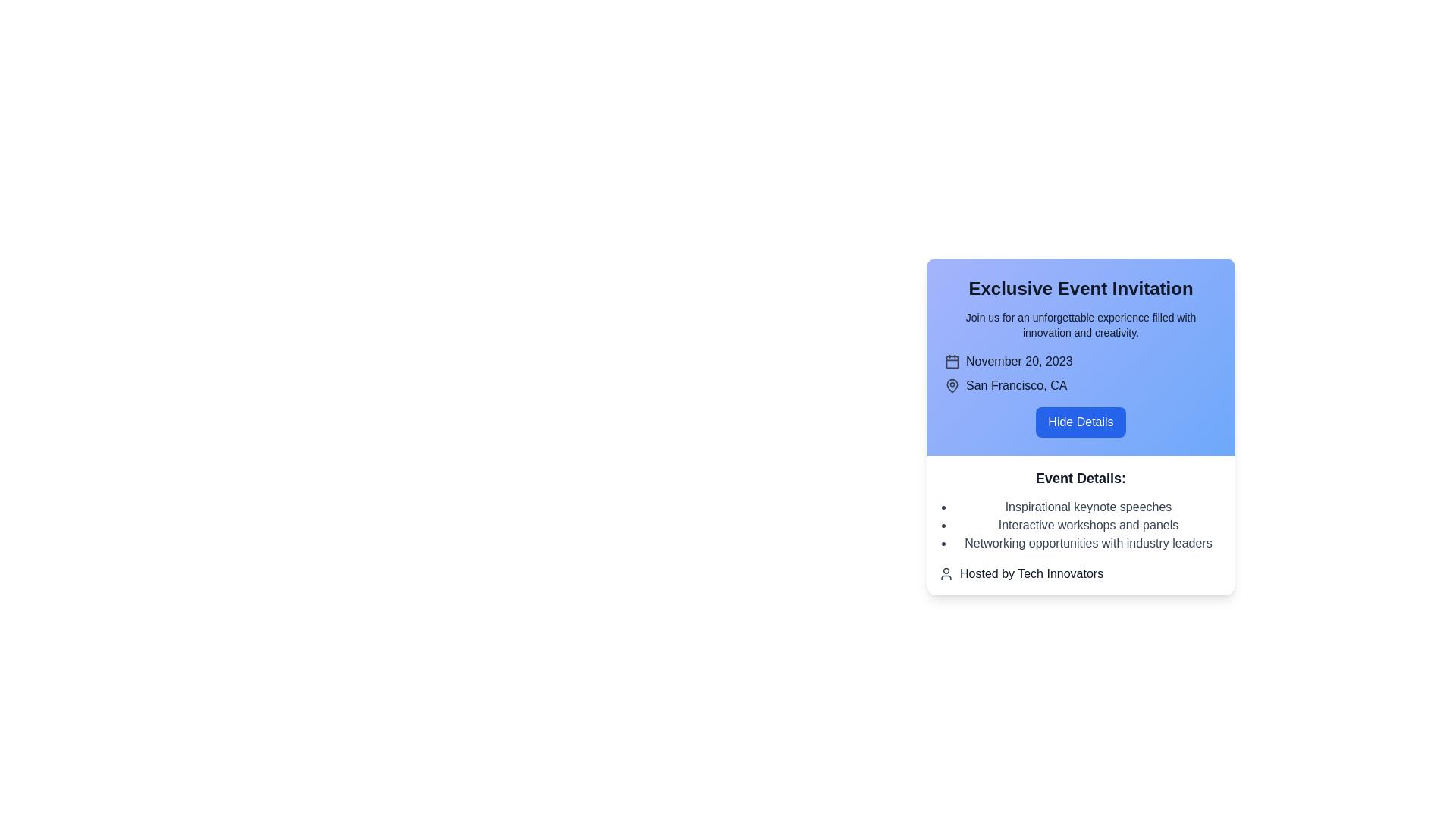  I want to click on the Text Label element that reads 'Inspirational keynote speeches', which is the first item in the bulleted list under 'Event Details', so click(1087, 507).